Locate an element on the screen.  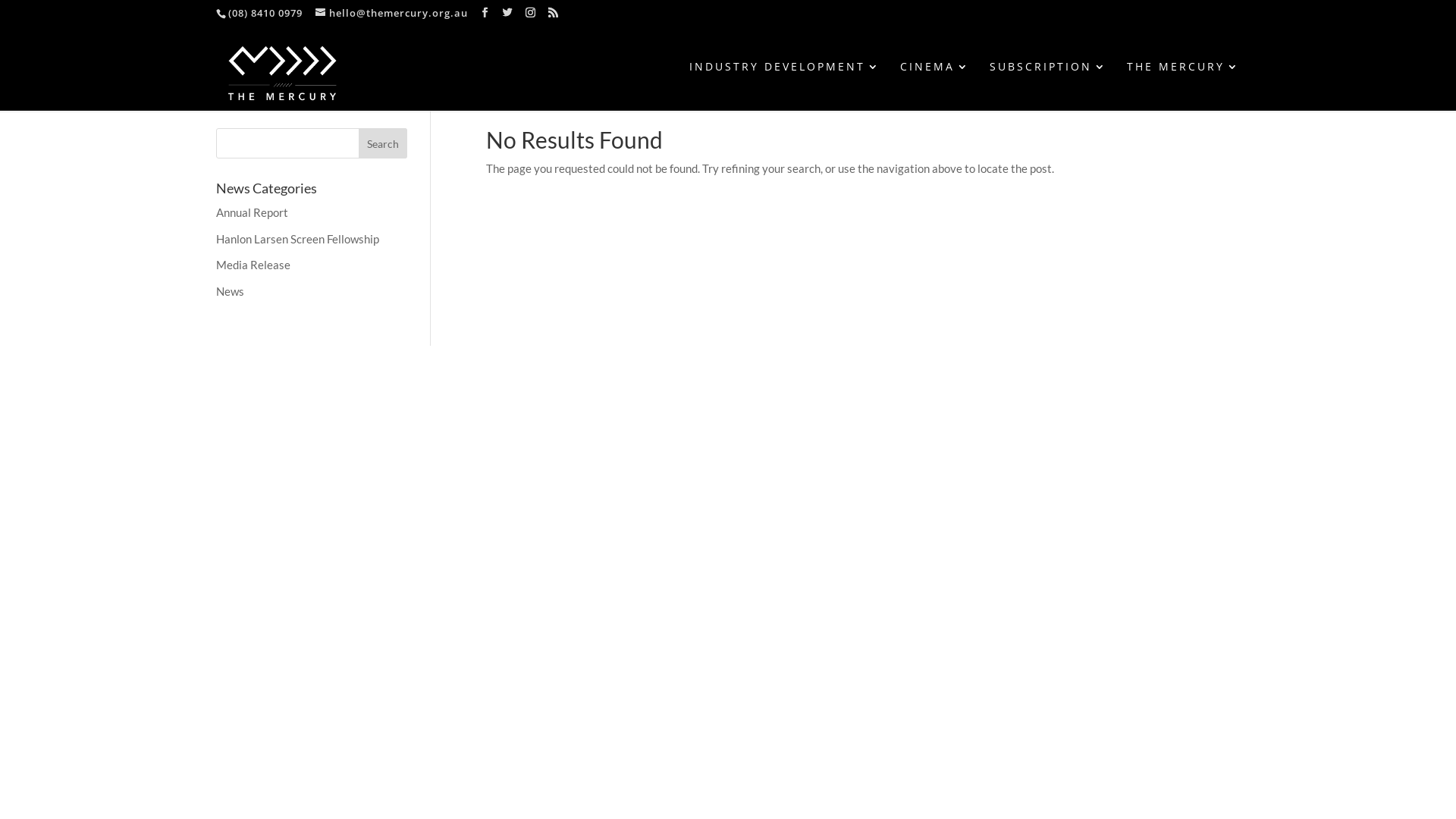
'Annual Report' is located at coordinates (252, 212).